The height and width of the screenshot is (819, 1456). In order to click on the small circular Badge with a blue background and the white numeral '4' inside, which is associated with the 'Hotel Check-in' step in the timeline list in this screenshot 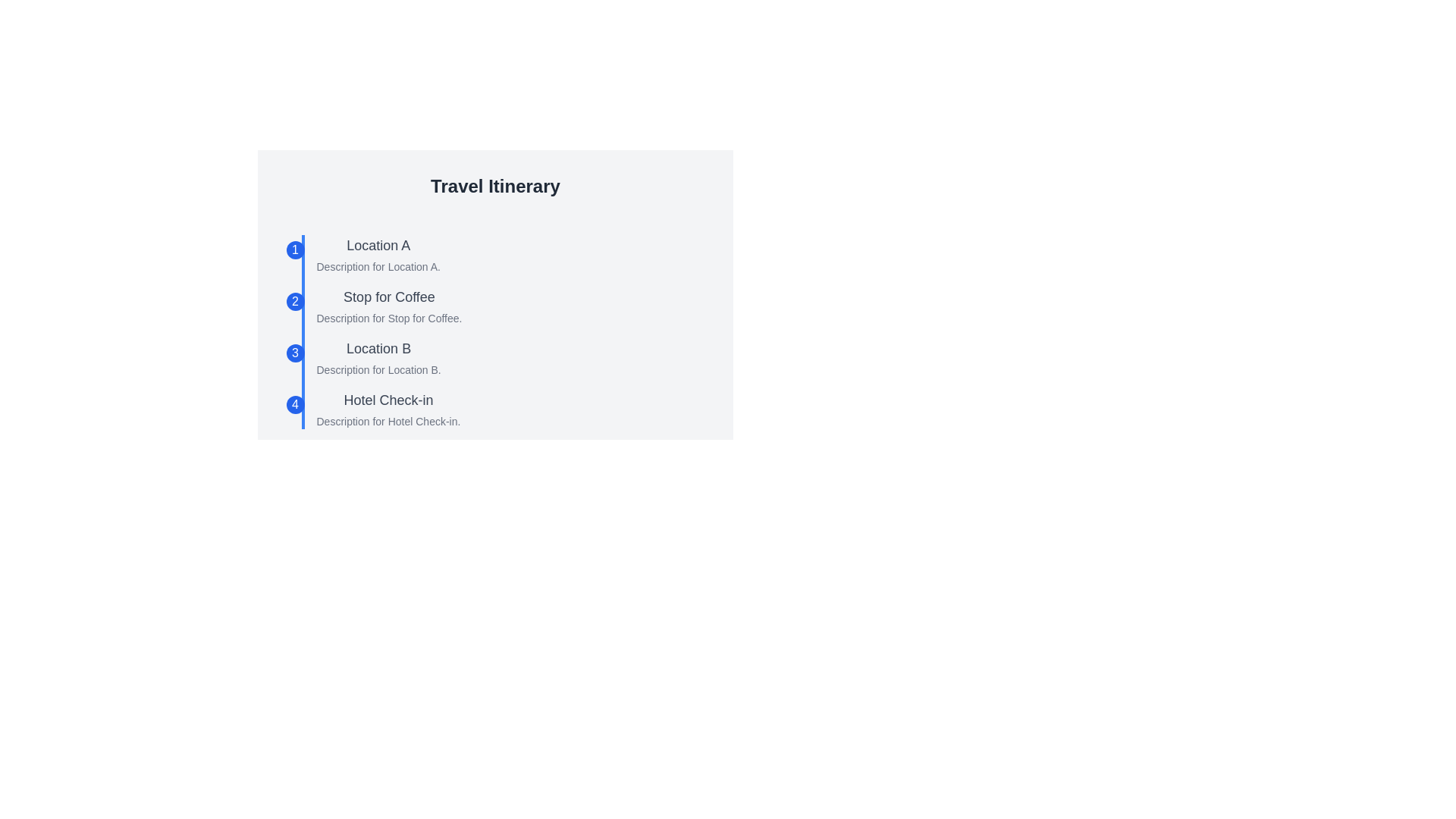, I will do `click(295, 403)`.